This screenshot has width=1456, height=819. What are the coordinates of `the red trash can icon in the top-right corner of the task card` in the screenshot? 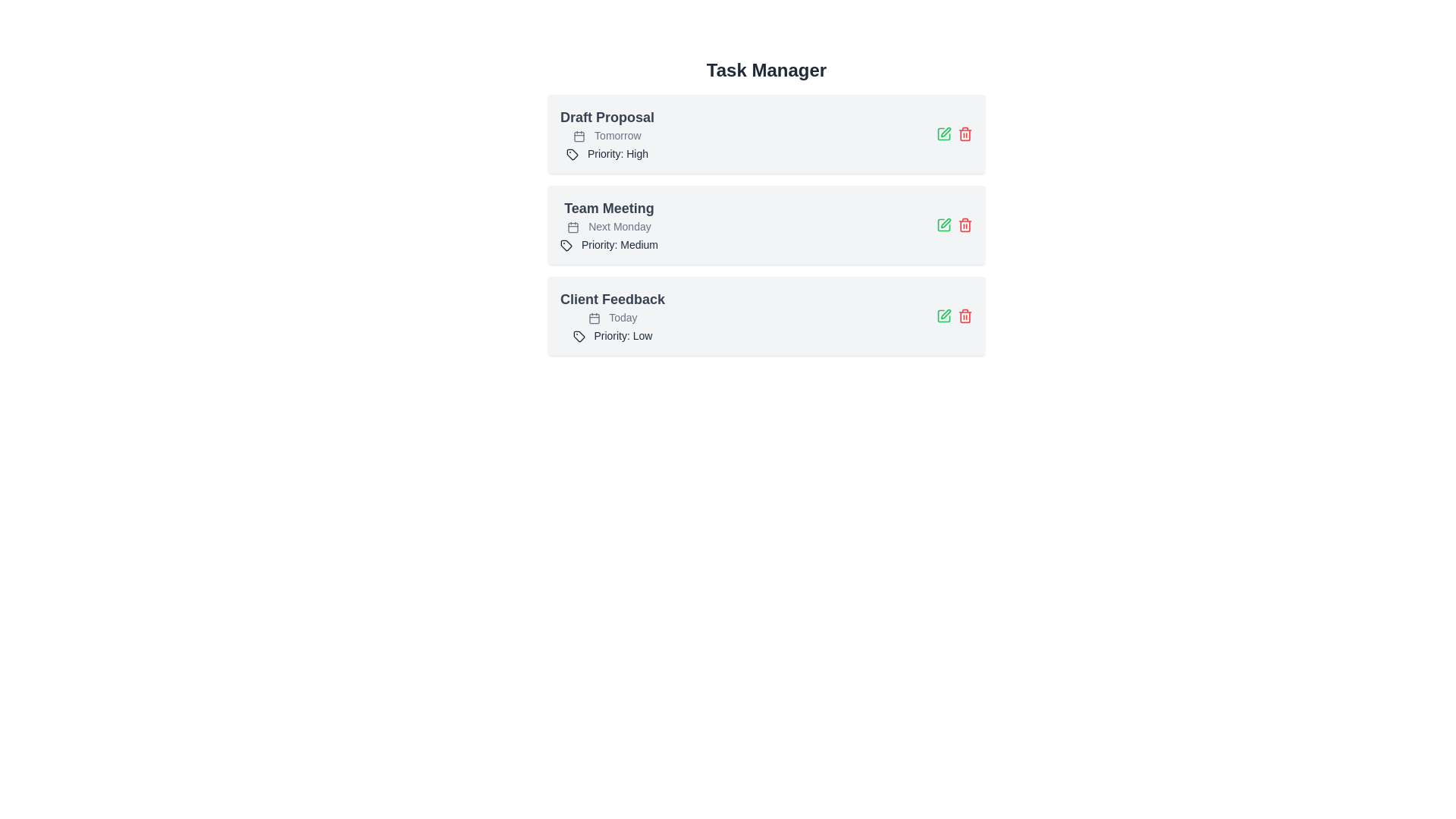 It's located at (964, 133).